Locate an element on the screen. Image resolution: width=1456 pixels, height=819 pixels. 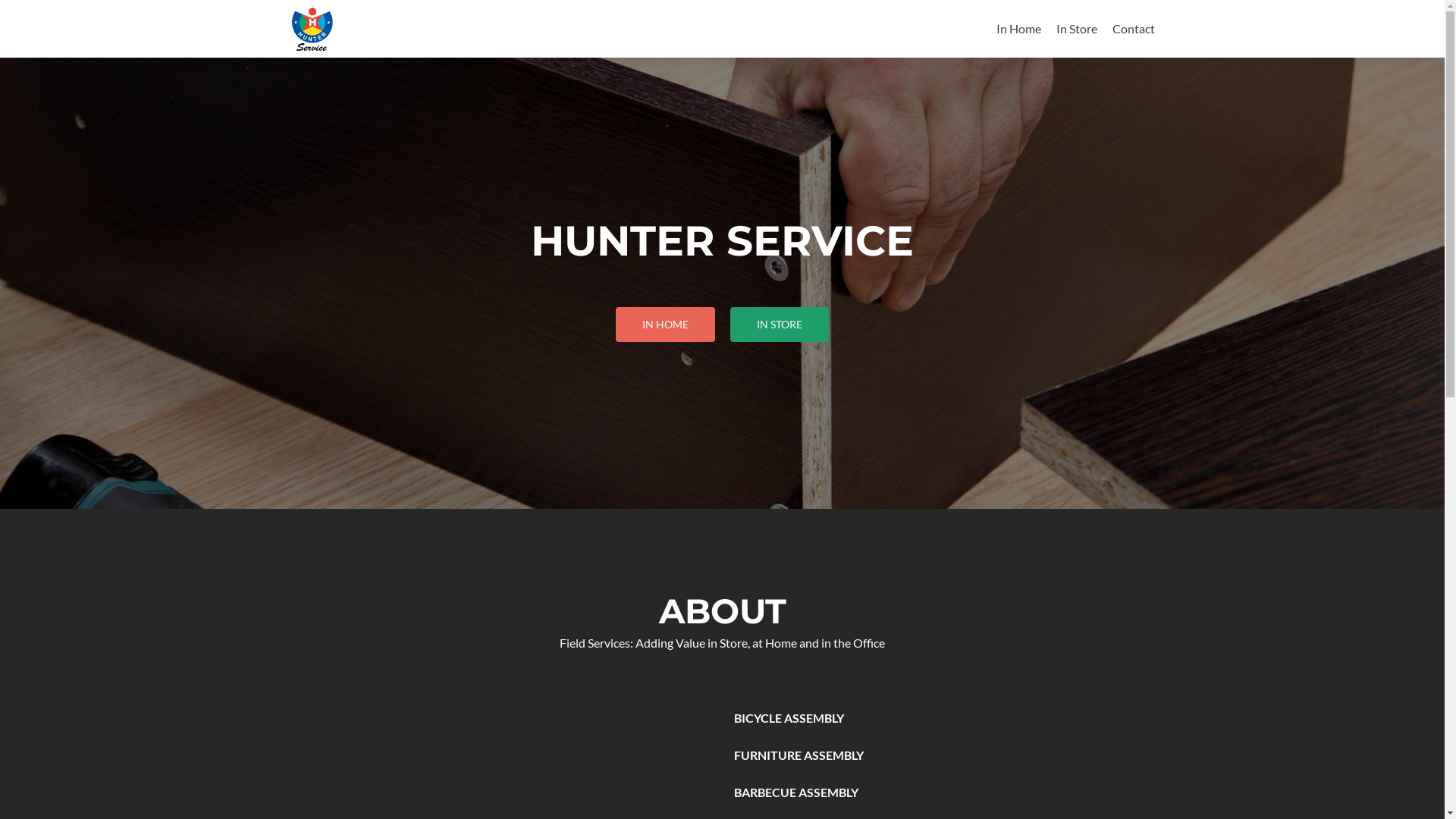
'IN STORE' is located at coordinates (779, 324).